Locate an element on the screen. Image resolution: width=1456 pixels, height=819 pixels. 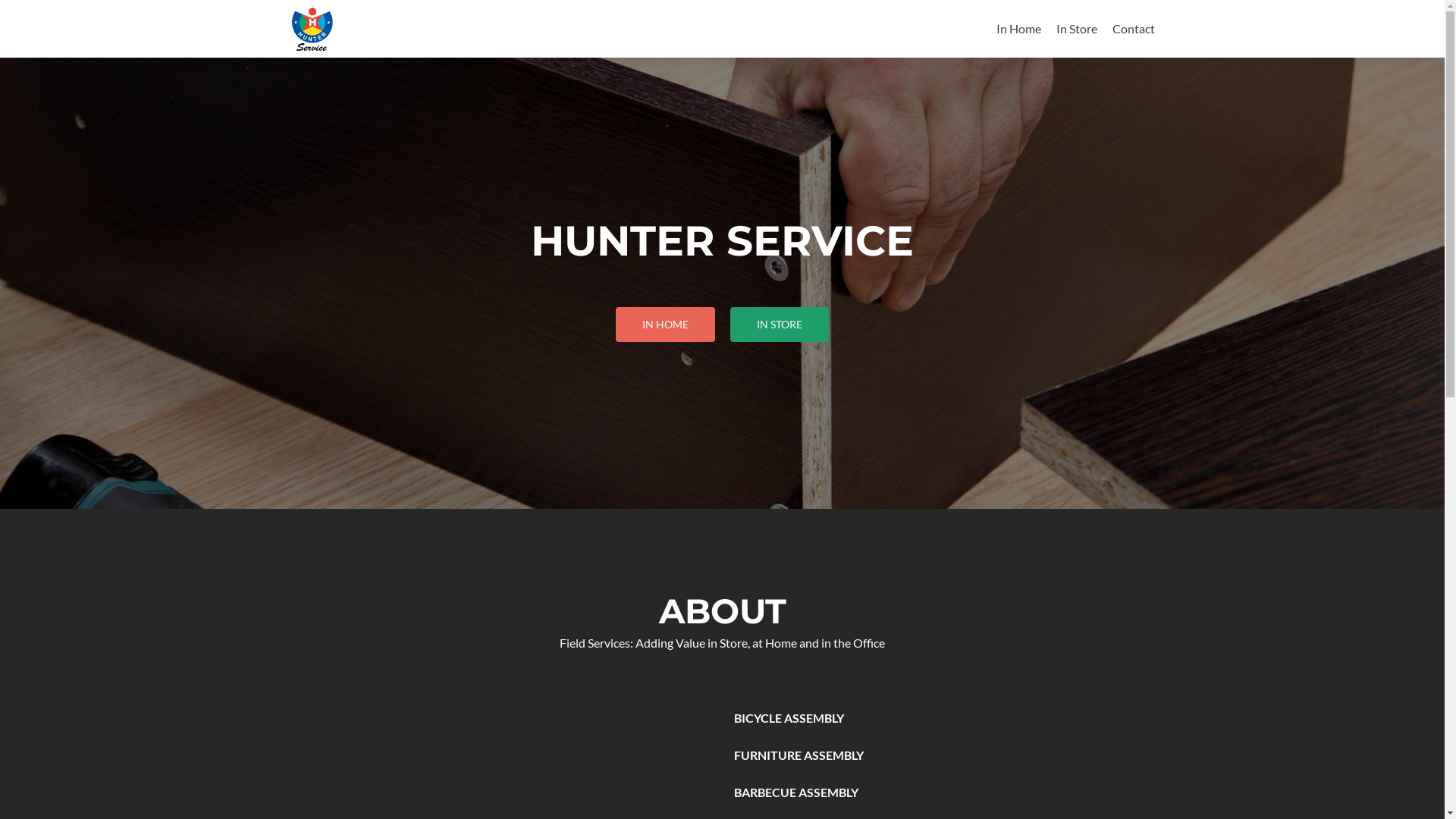
'IN STORE' is located at coordinates (779, 324).